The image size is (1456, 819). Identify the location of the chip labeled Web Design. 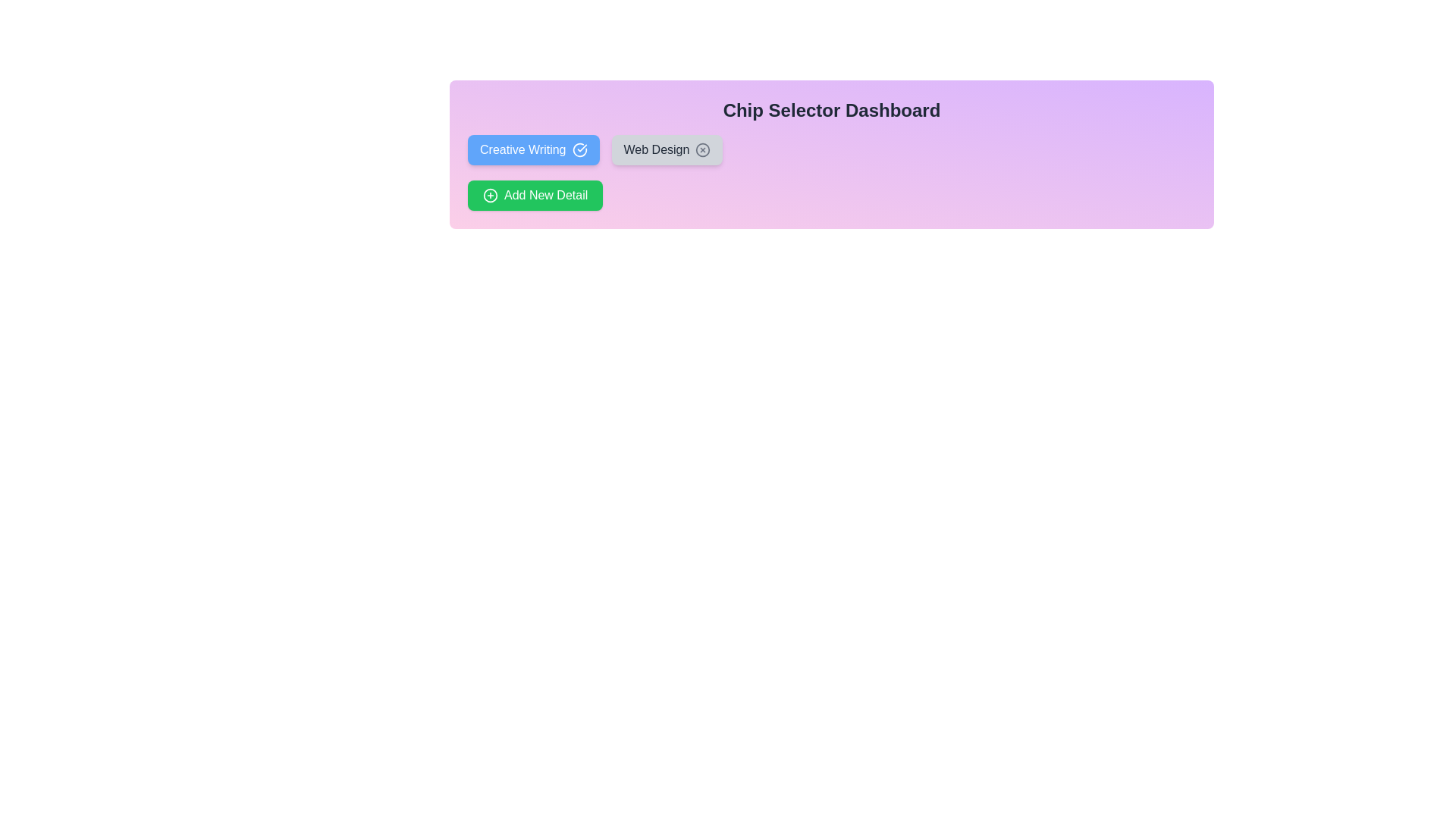
(667, 149).